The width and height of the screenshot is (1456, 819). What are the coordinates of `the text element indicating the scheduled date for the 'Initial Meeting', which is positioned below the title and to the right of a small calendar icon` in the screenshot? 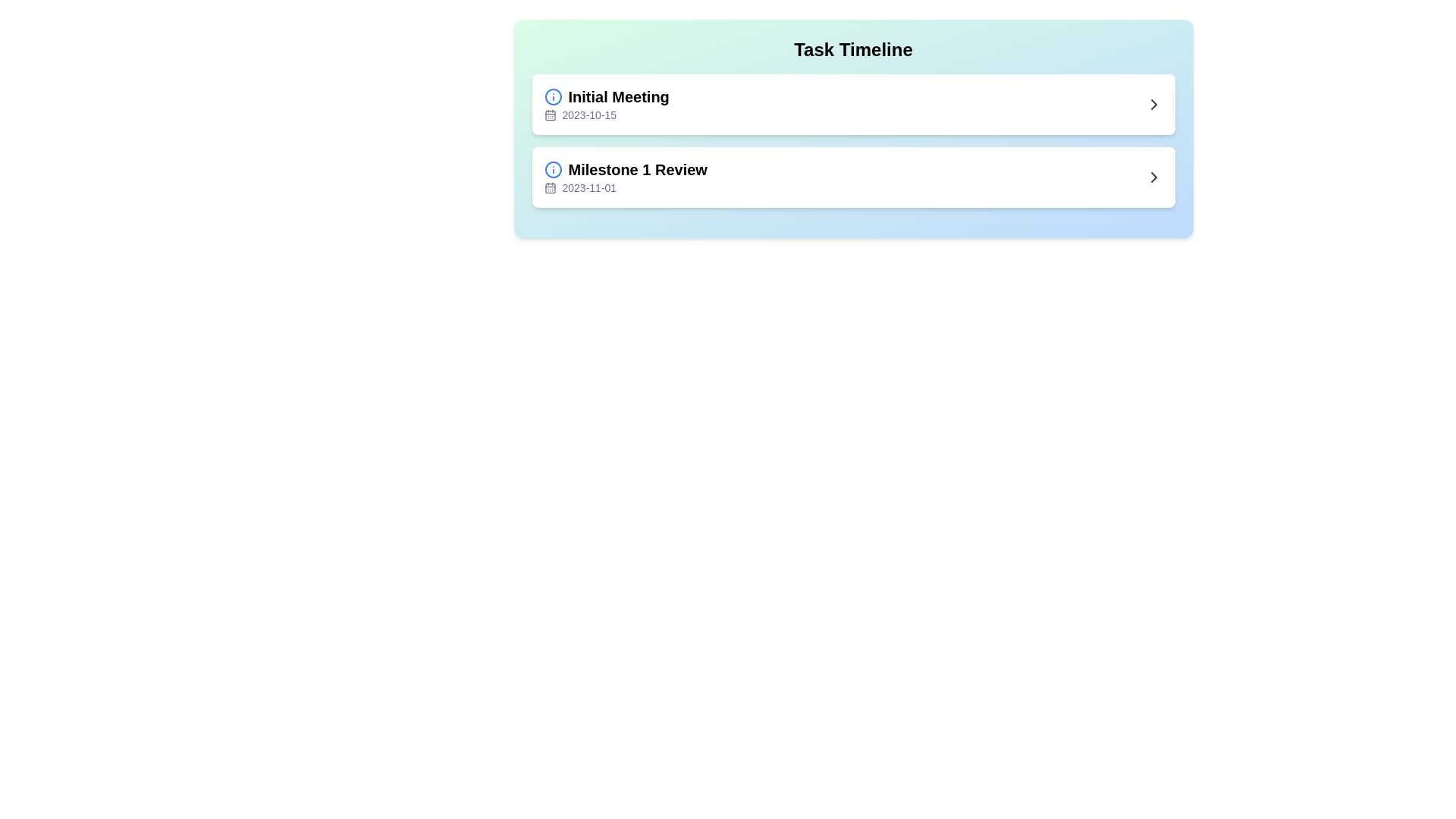 It's located at (607, 114).